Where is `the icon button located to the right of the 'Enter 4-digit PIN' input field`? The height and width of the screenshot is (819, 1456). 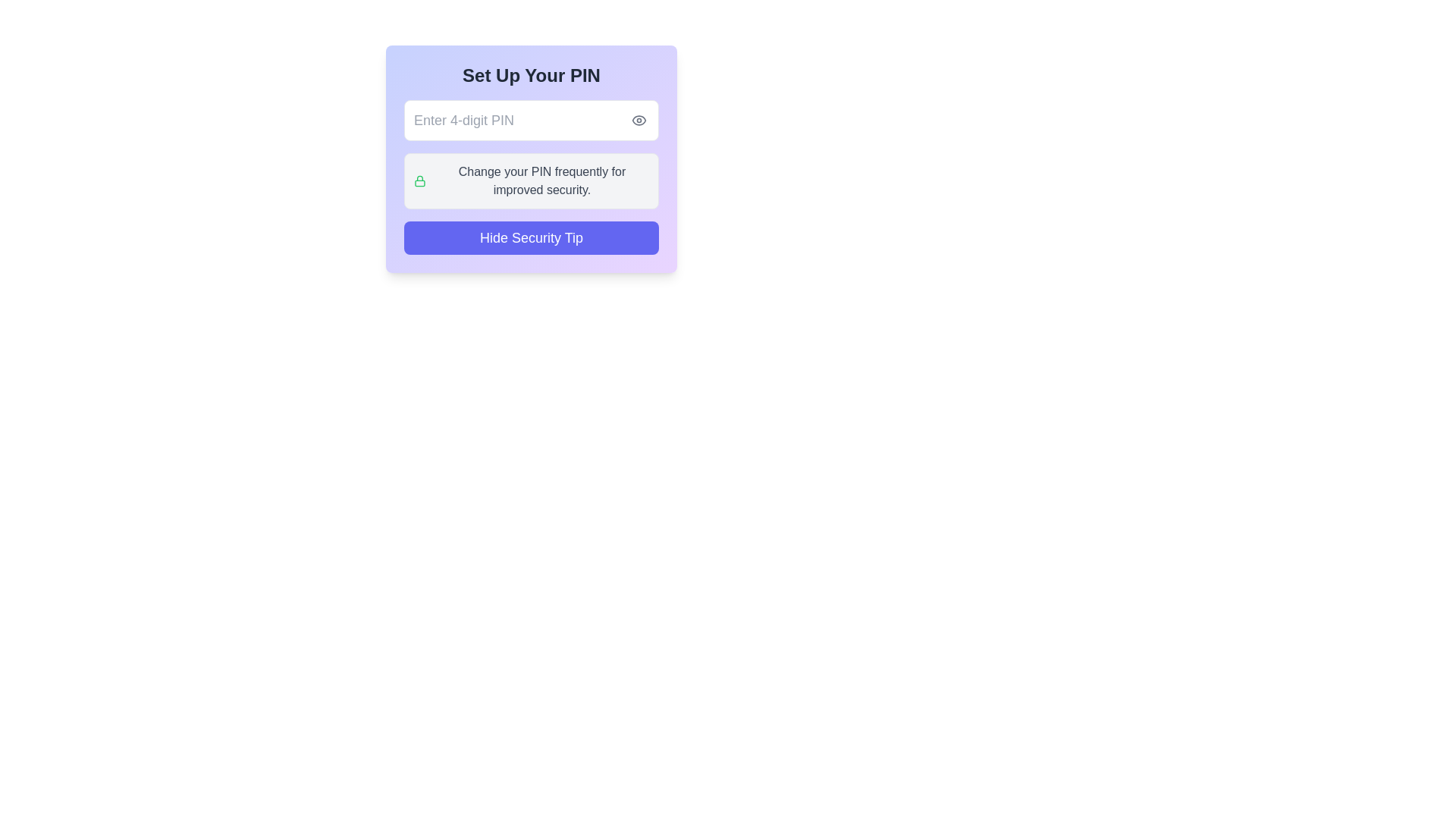
the icon button located to the right of the 'Enter 4-digit PIN' input field is located at coordinates (639, 119).